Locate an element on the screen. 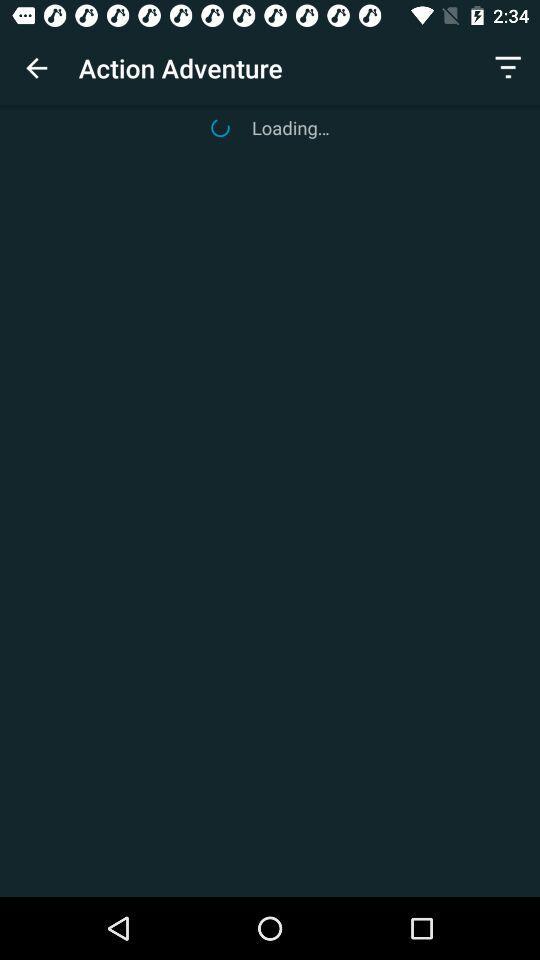 Image resolution: width=540 pixels, height=960 pixels. the item to the left of action adventure item is located at coordinates (36, 68).